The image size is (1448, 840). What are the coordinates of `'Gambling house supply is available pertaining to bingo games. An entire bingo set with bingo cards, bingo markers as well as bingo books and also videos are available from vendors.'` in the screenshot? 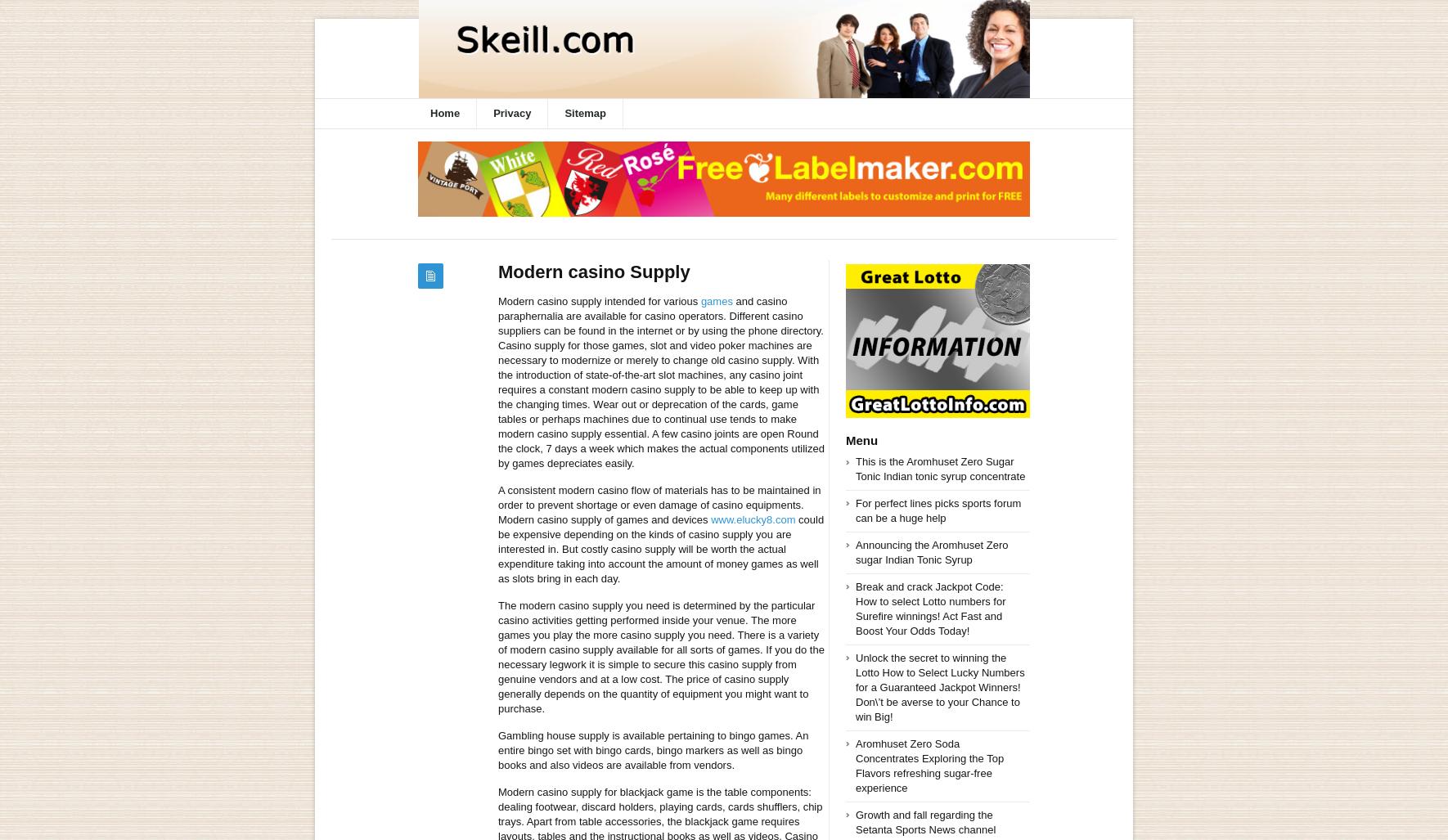 It's located at (653, 750).